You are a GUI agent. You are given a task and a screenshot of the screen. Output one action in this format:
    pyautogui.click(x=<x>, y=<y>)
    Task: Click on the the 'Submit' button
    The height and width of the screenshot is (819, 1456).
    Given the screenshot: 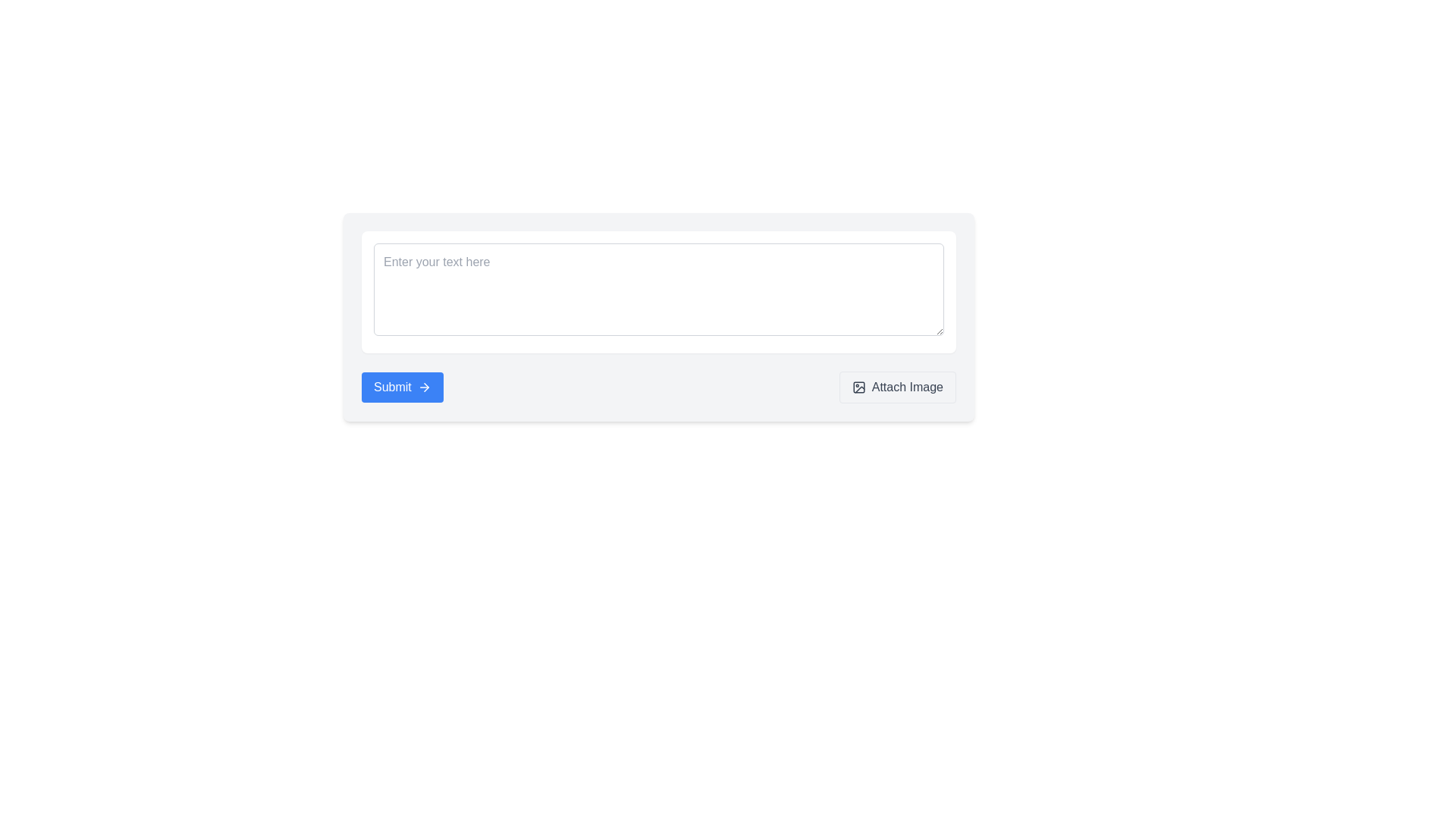 What is the action you would take?
    pyautogui.click(x=402, y=386)
    